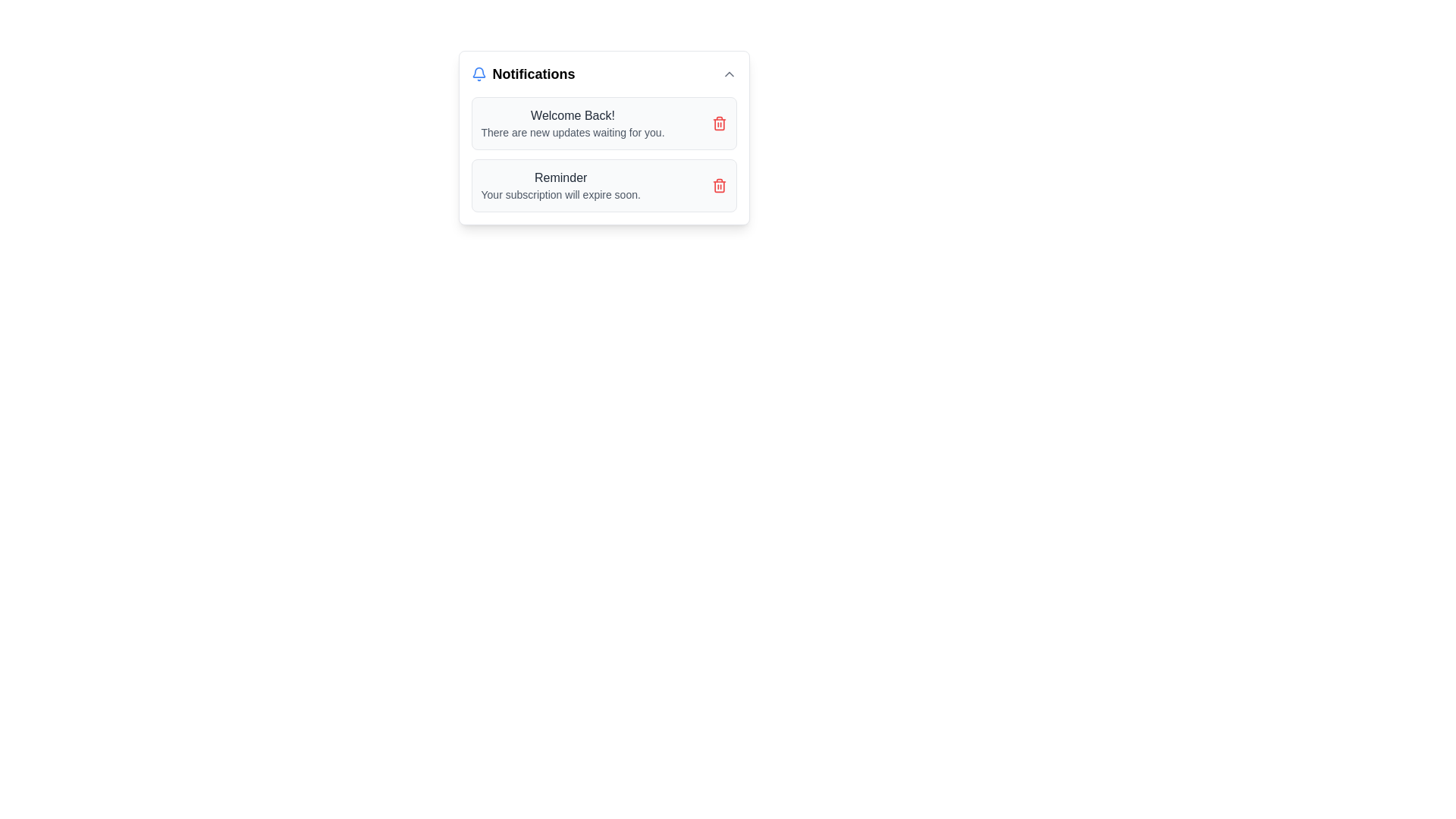 This screenshot has width=1456, height=819. Describe the element at coordinates (478, 74) in the screenshot. I see `the notification icon located to the left of the text 'Notifications'` at that location.